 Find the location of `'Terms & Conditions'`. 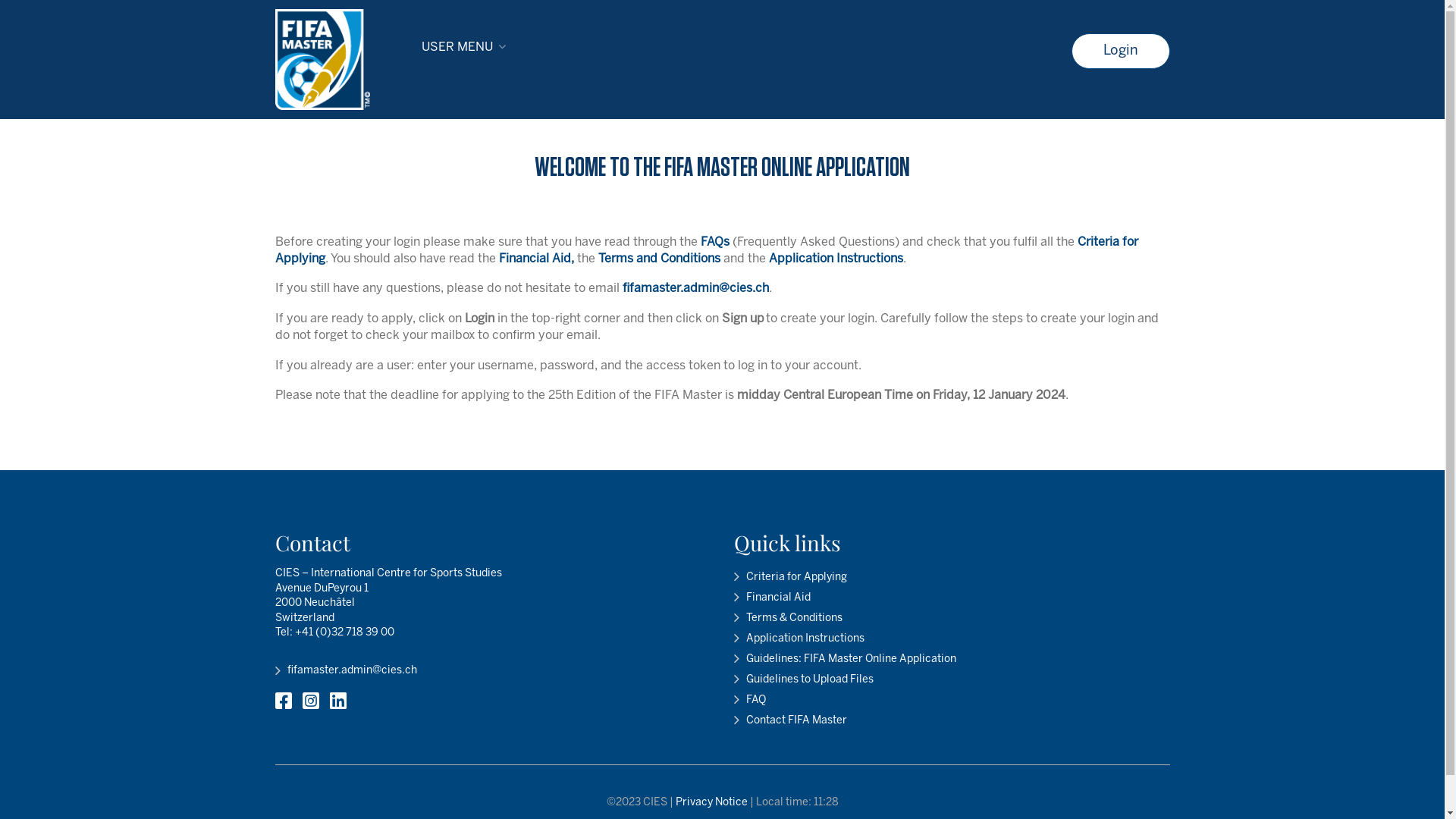

'Terms & Conditions' is located at coordinates (788, 620).